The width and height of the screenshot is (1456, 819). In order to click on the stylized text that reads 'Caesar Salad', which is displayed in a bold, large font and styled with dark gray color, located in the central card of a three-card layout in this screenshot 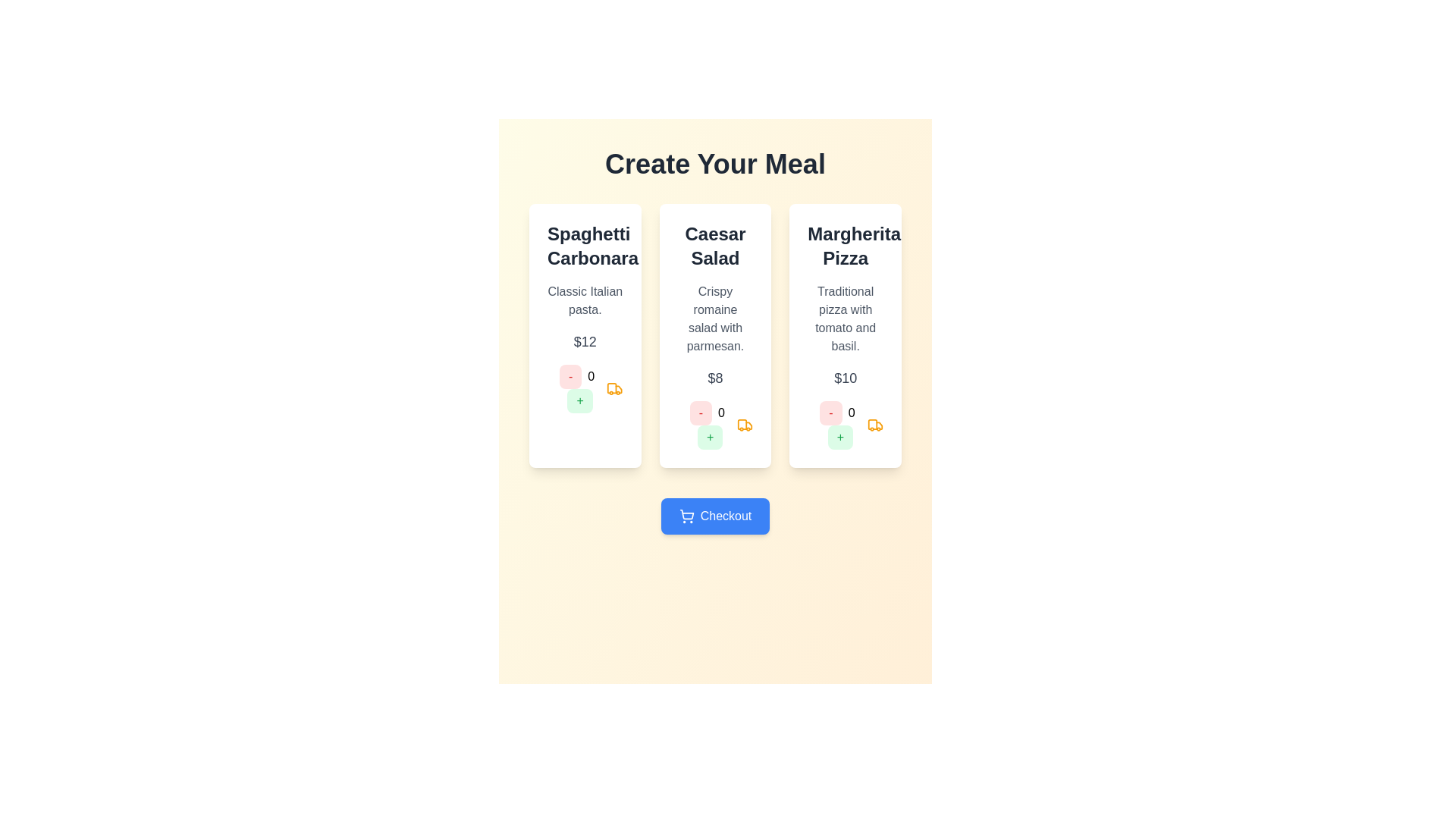, I will do `click(714, 245)`.